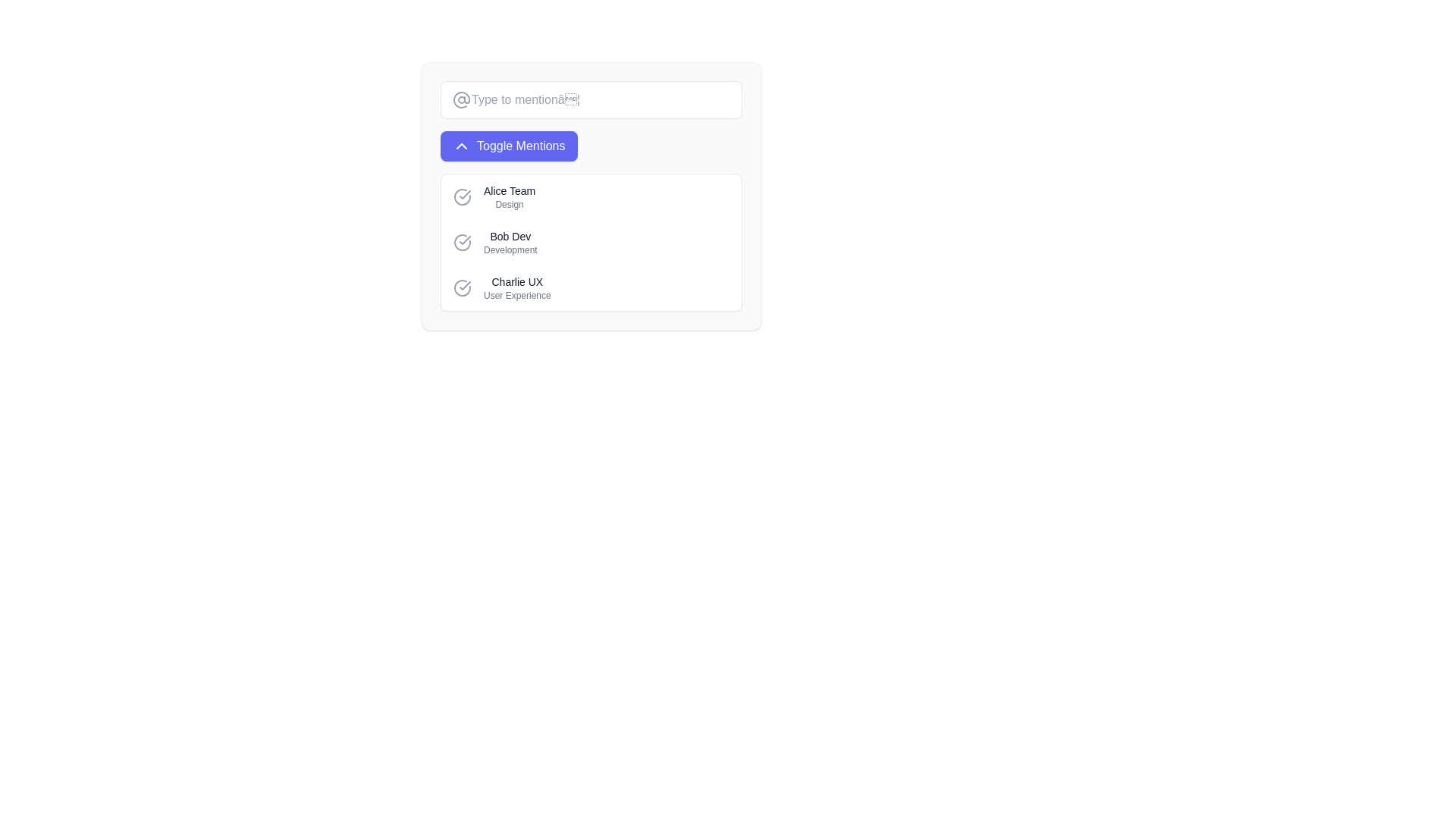 This screenshot has height=819, width=1456. What do you see at coordinates (509, 146) in the screenshot?
I see `the 'Toggle Mentions' button, which is a rectangular button with a white label on a purple background` at bounding box center [509, 146].